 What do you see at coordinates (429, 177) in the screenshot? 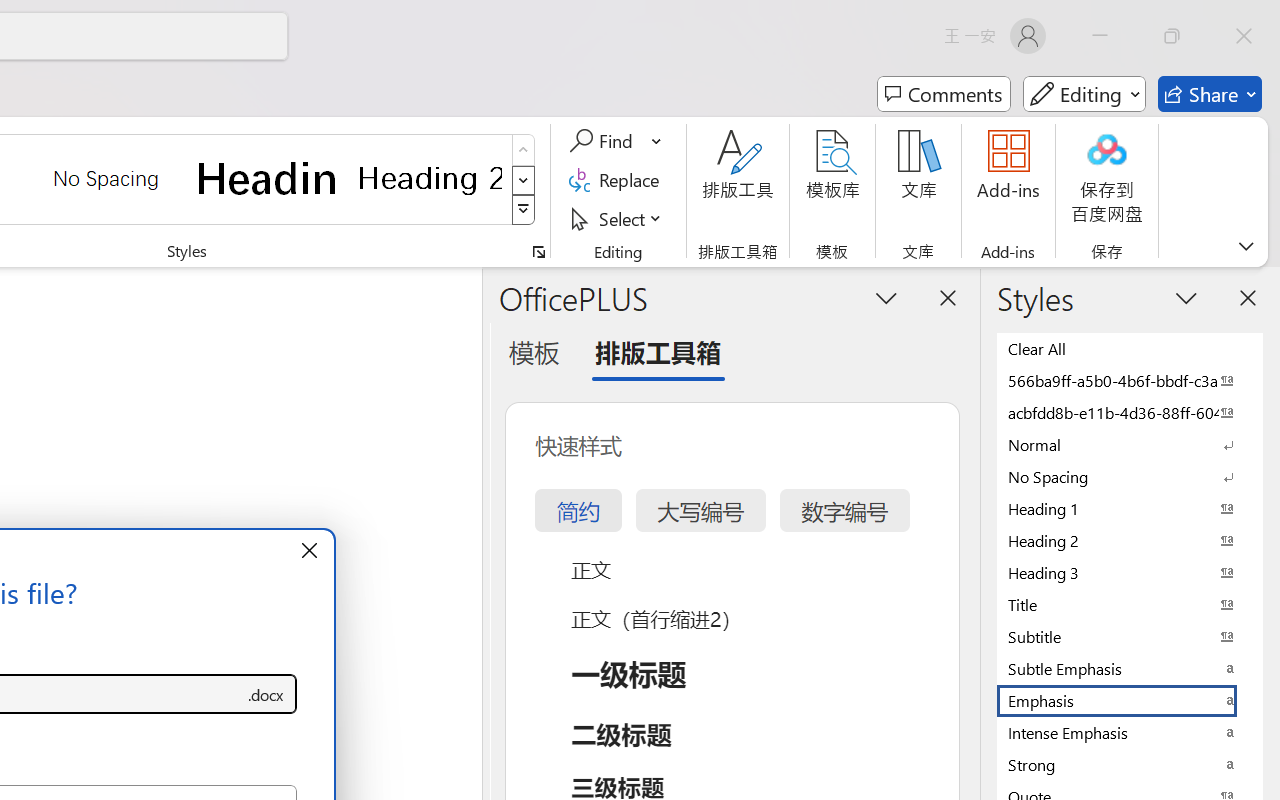
I see `'Heading 2'` at bounding box center [429, 177].